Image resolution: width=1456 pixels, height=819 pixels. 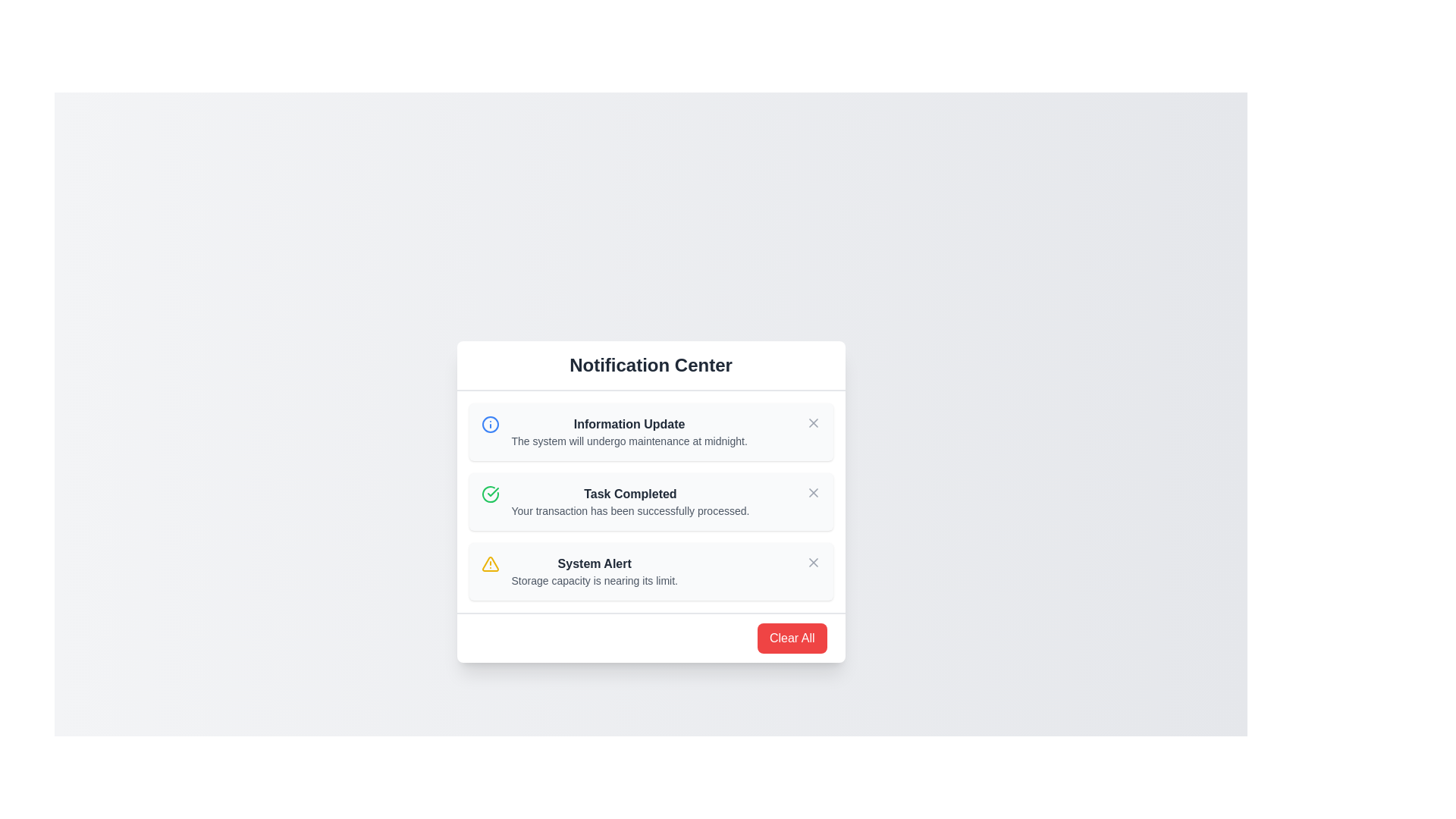 What do you see at coordinates (594, 564) in the screenshot?
I see `text label that serves as the title for the notification, located in the middle segment of a list within the notification panel, above the message 'Storage capacity is nearing its limit.'` at bounding box center [594, 564].